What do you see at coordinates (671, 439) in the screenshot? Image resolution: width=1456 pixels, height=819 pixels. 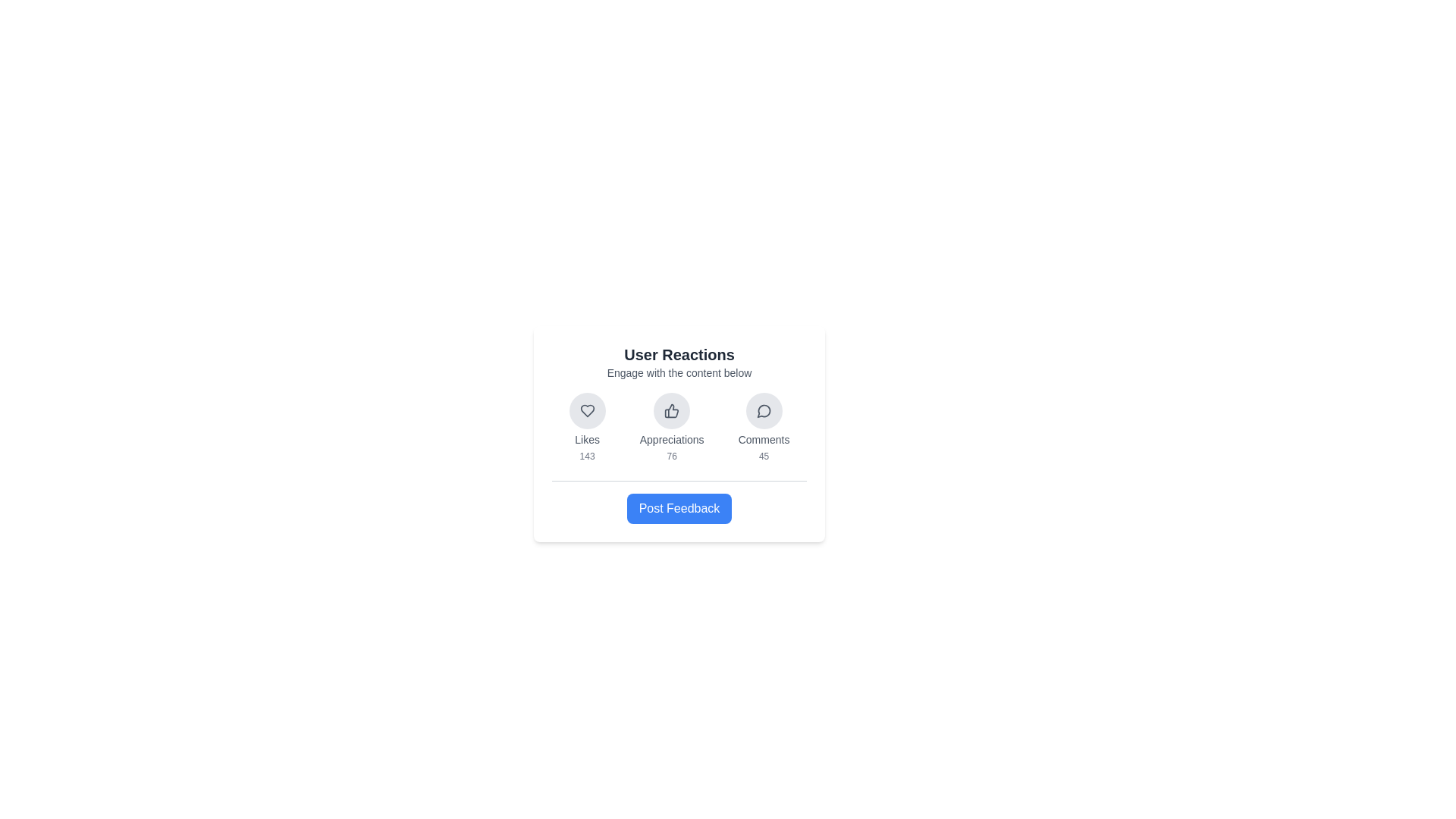 I see `the text label beneath the thumbs-up icon in the 'User Reactions' section, which denotes appreciation or positive reactions` at bounding box center [671, 439].